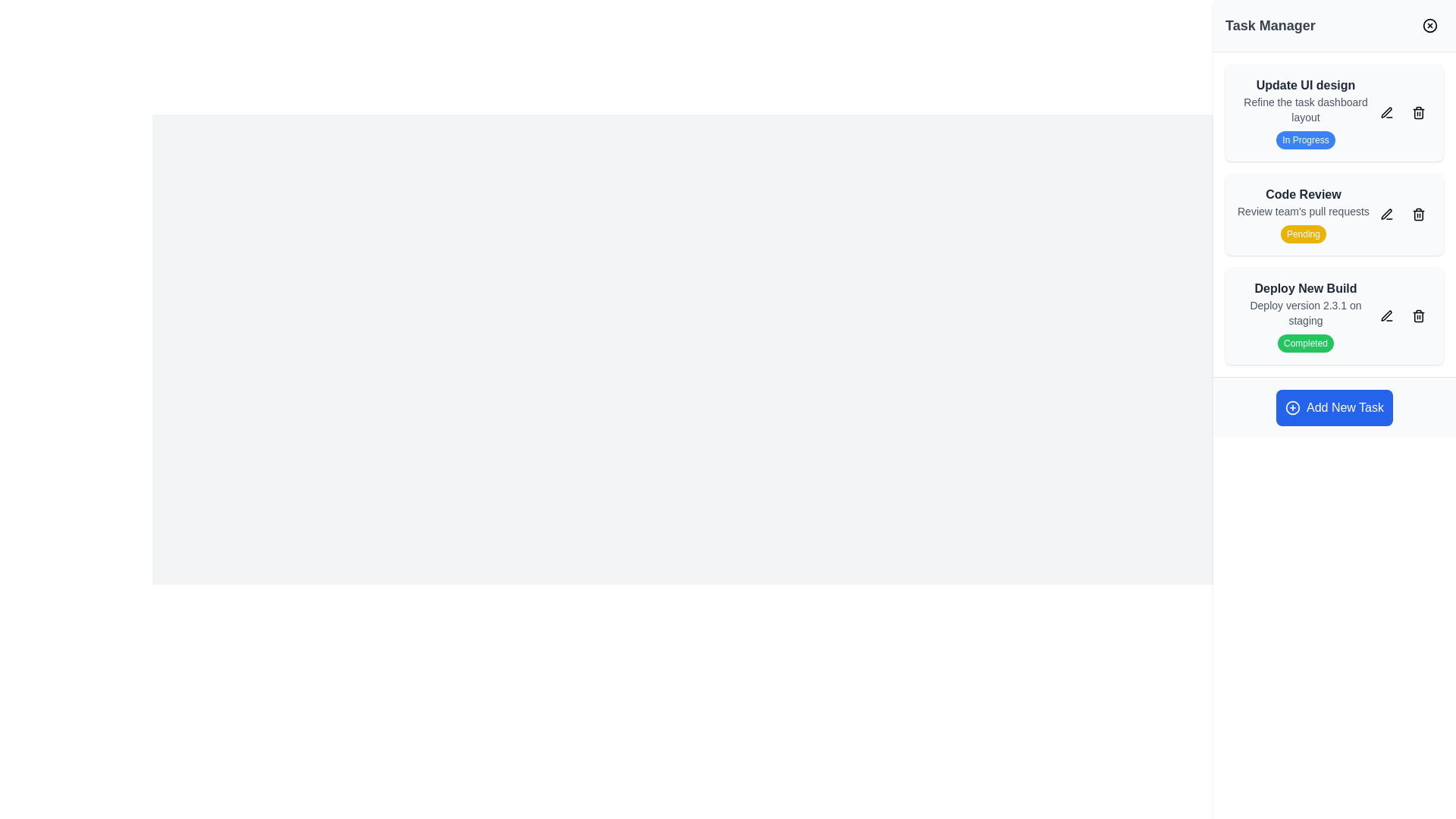  What do you see at coordinates (1418, 214) in the screenshot?
I see `the delete button for the 'Code Review' task` at bounding box center [1418, 214].